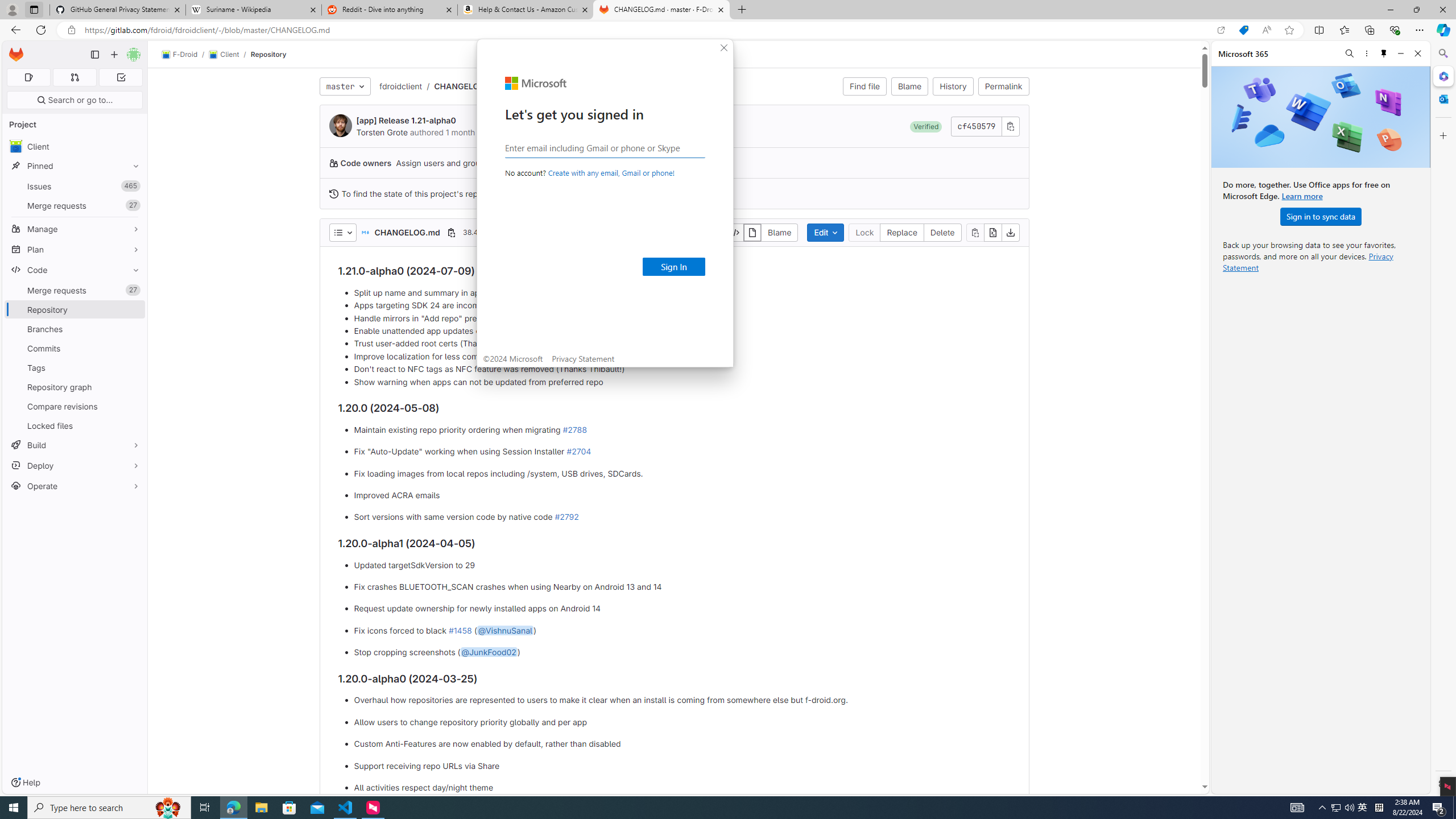 This screenshot has height=819, width=1456. What do you see at coordinates (133, 425) in the screenshot?
I see `'Pin Locked files'` at bounding box center [133, 425].